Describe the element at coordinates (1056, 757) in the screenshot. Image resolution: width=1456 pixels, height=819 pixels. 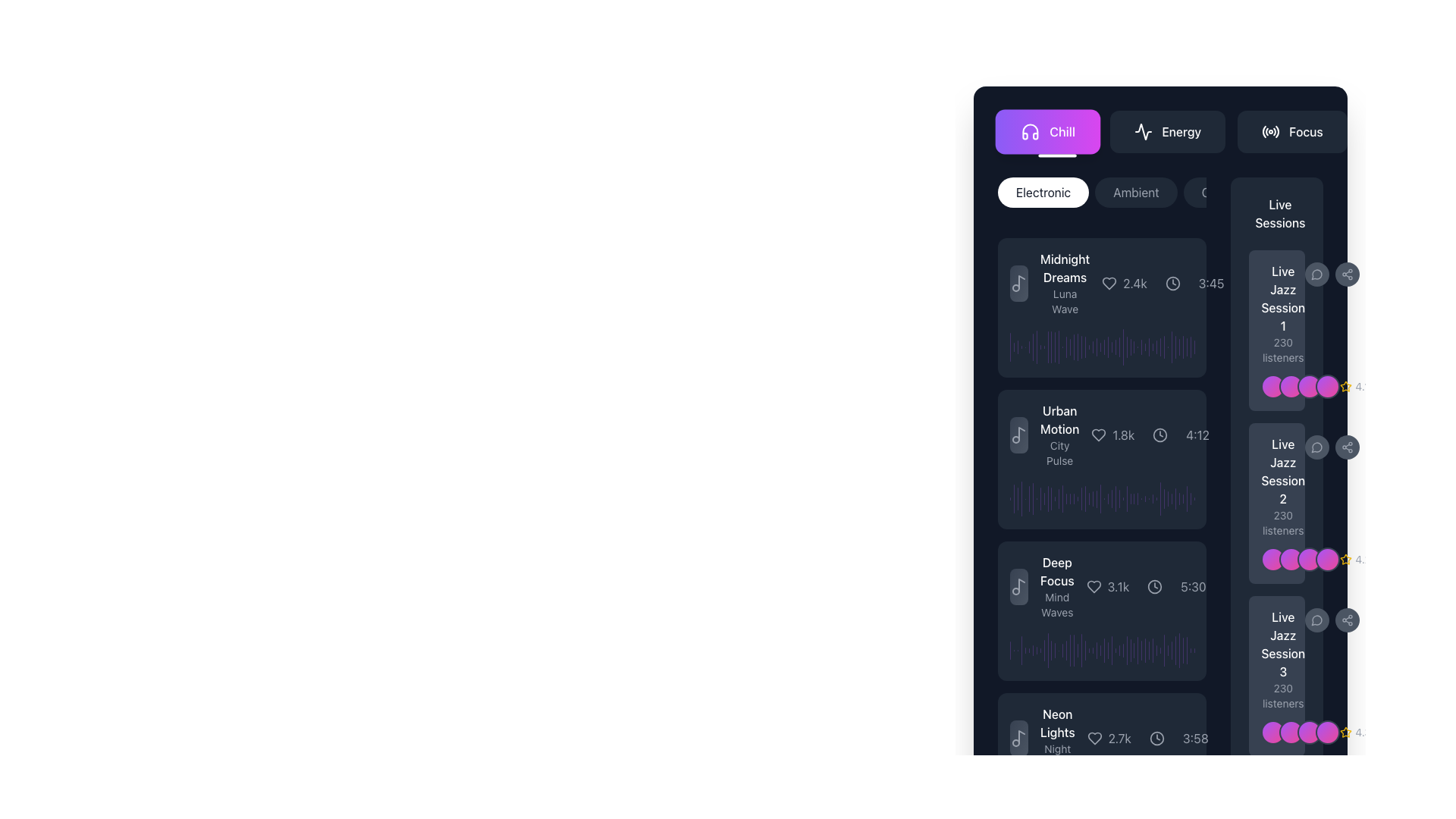
I see `the subtitle text label that provides additional descriptive information for the 'Neon Lights' entry, located directly below the 'Neon Lights' text element` at that location.